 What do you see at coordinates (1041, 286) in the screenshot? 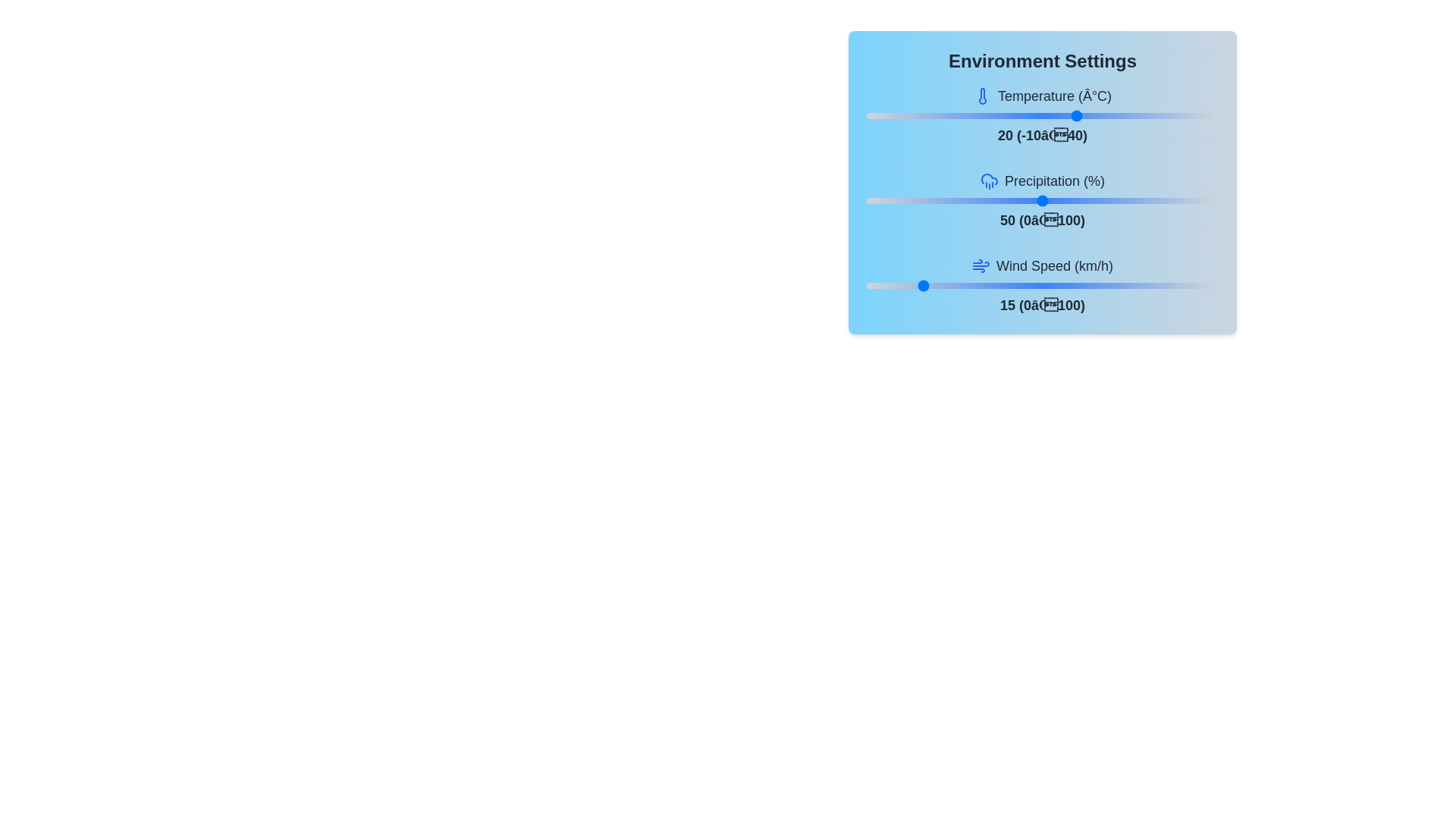
I see `the third slider in the 'Environment Settings' panel, located below 'Wind Speed (km/h)' and above '15 (0–100)'` at bounding box center [1041, 286].